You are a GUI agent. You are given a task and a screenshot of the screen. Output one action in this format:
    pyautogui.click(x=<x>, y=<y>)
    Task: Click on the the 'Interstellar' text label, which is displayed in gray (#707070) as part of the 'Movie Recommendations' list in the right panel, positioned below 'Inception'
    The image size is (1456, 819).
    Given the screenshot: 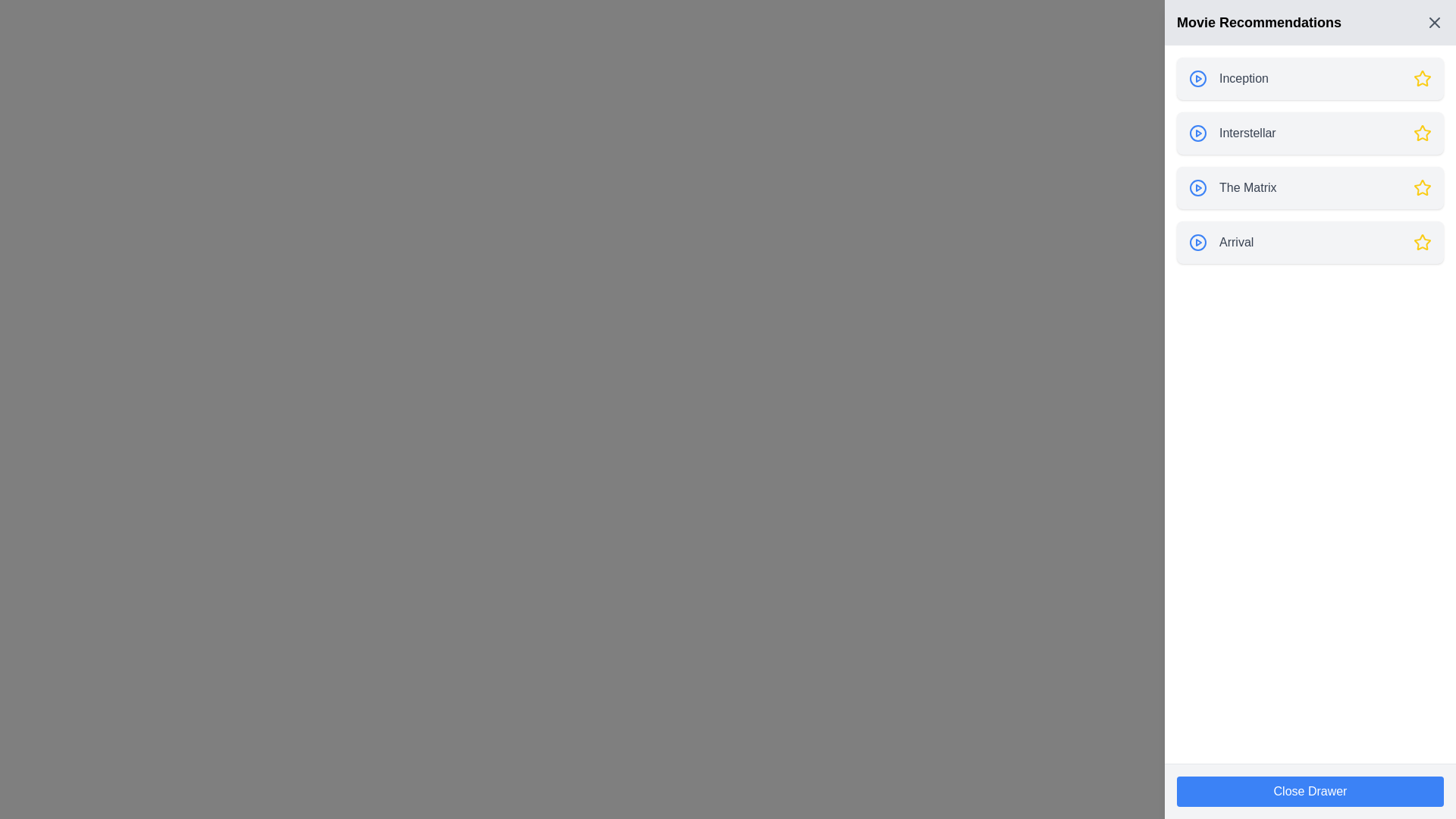 What is the action you would take?
    pyautogui.click(x=1247, y=133)
    